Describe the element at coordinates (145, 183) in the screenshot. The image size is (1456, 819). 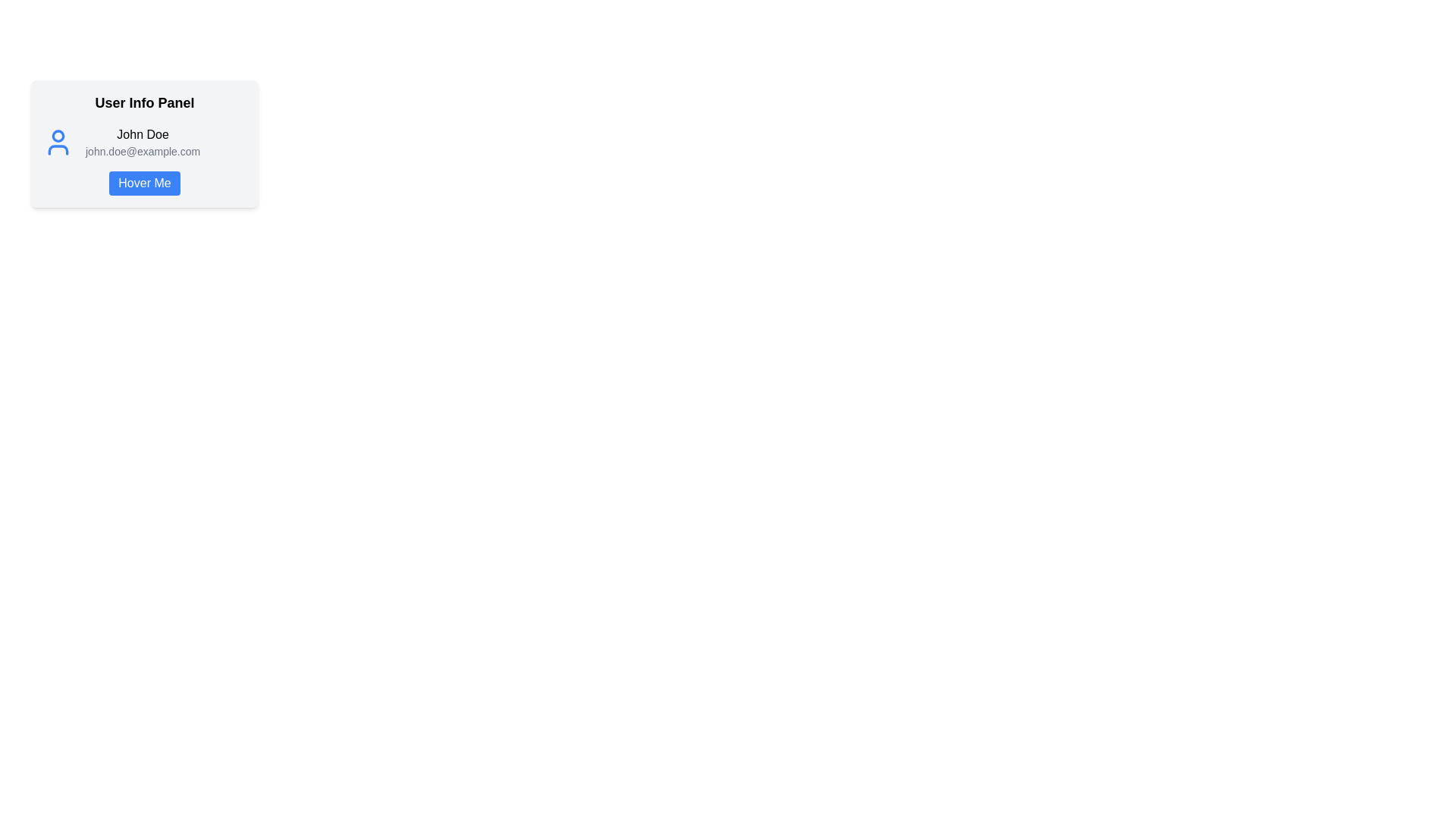
I see `the button located in the 'User Info Panel' beneath the text 'John Doe' and 'john.doe@example.com'` at that location.